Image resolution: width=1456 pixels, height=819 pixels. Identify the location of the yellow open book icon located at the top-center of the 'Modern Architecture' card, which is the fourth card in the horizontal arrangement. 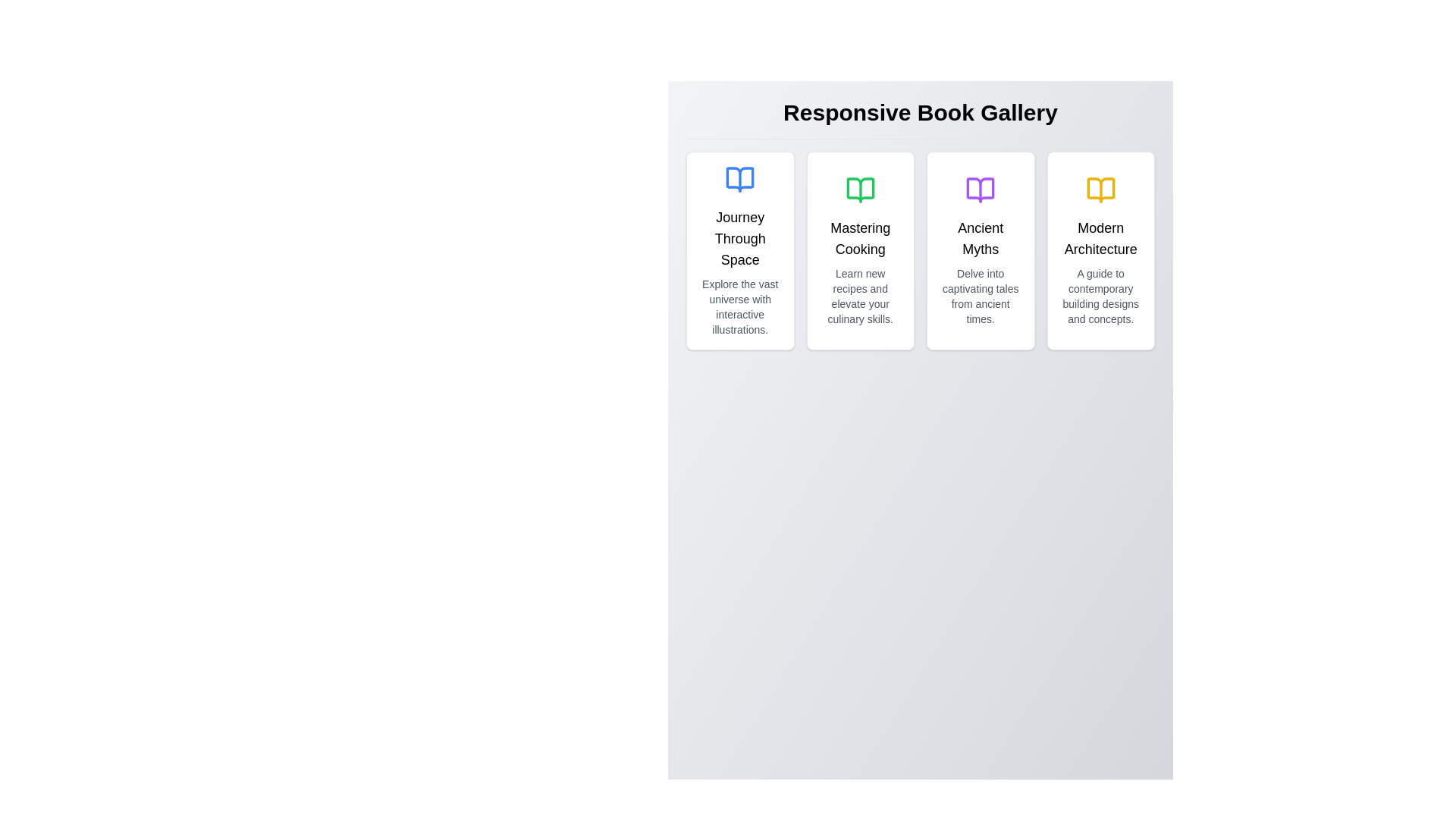
(1100, 189).